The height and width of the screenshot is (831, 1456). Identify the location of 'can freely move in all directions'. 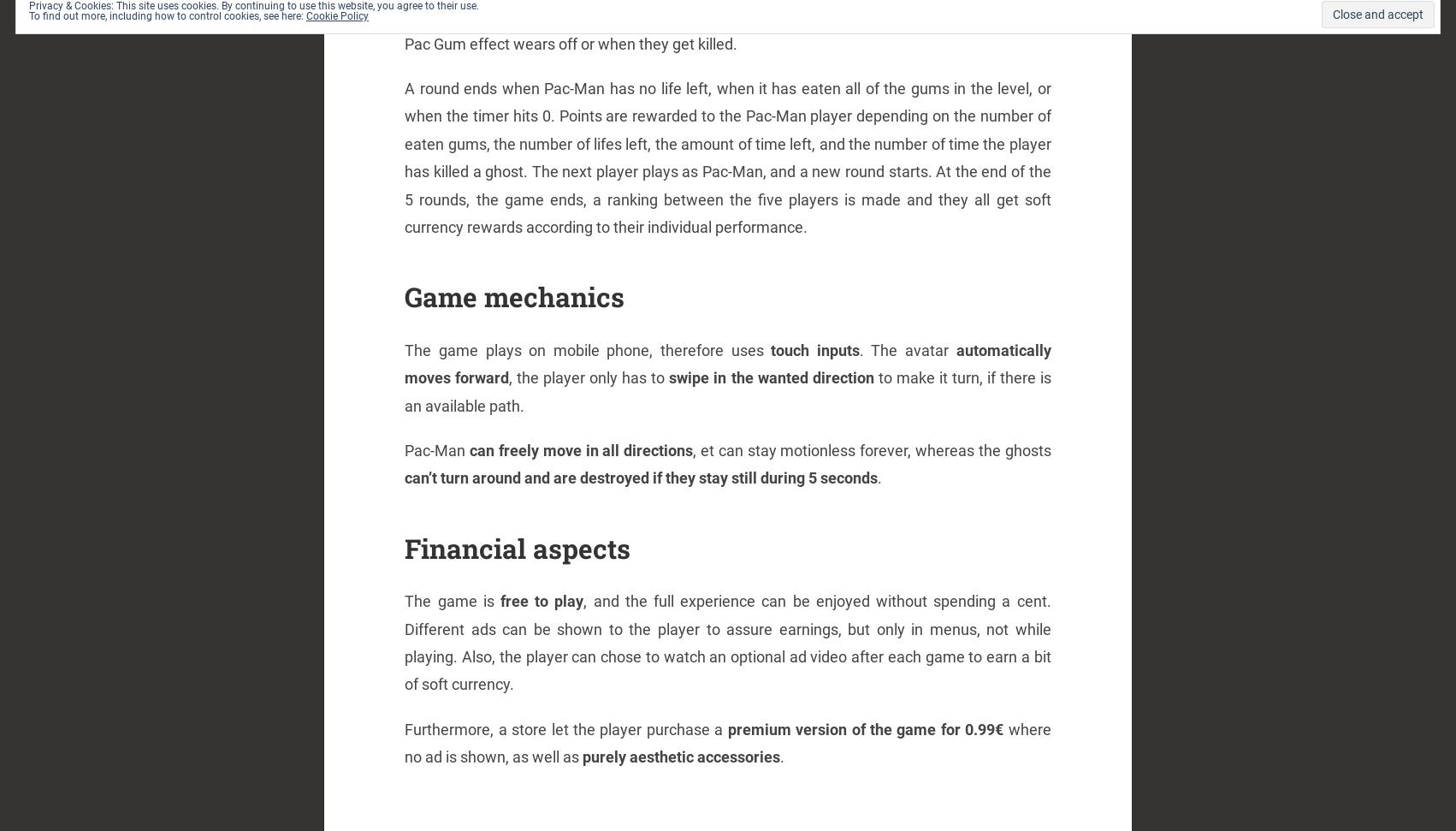
(581, 448).